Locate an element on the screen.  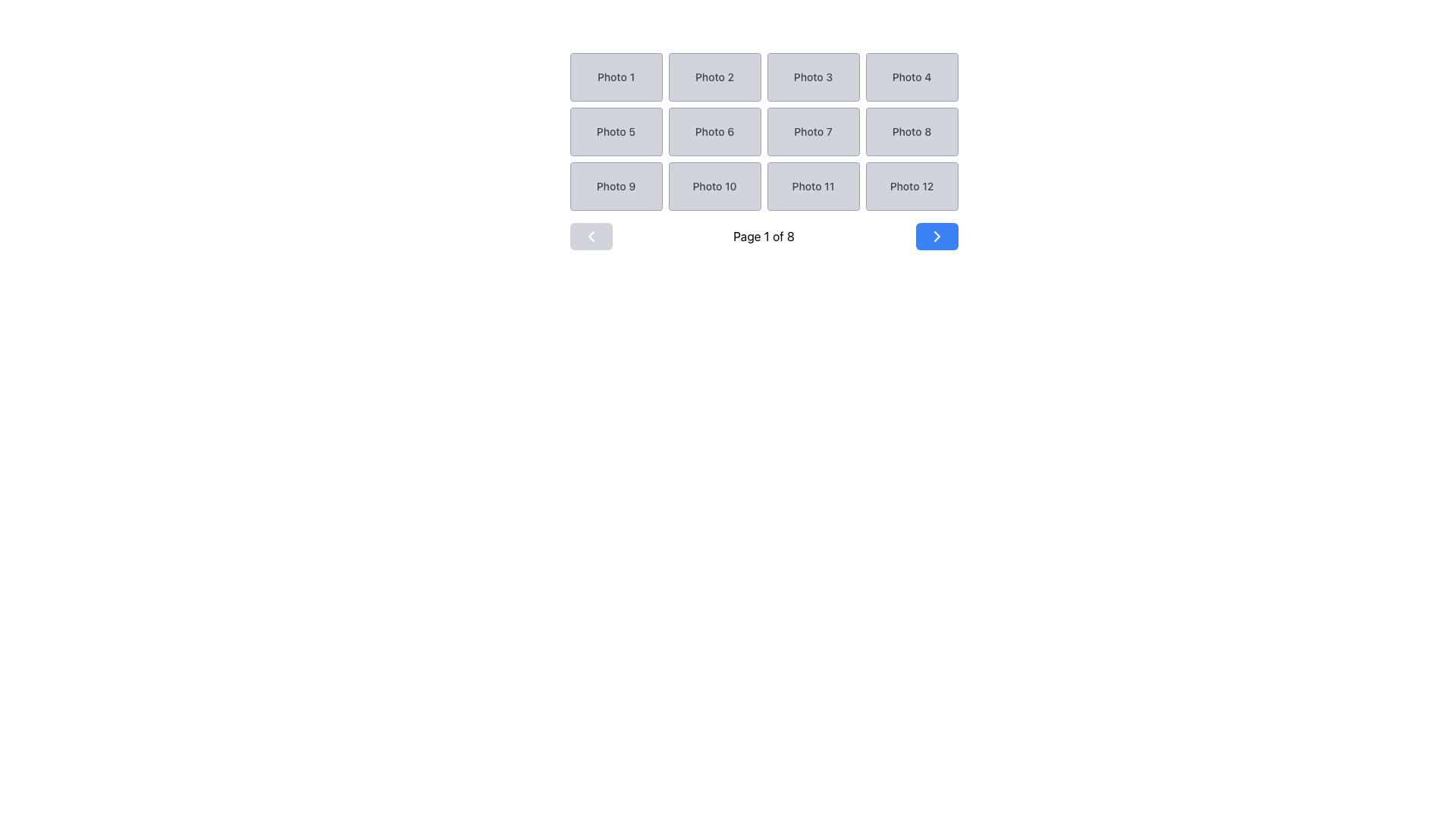
the non-interactive button that serves as a static label for 'Photo 10', located in the second position of the third row in a 3x4 grid layout is located at coordinates (714, 186).